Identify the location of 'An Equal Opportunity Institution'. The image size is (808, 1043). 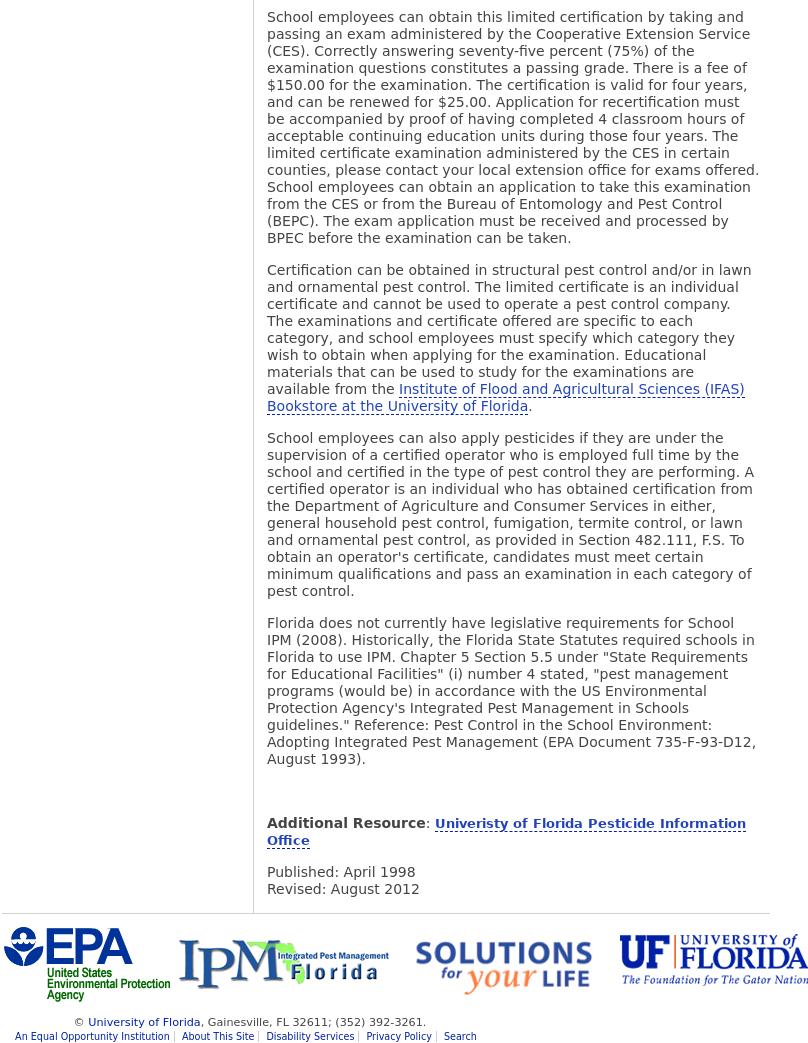
(15, 1036).